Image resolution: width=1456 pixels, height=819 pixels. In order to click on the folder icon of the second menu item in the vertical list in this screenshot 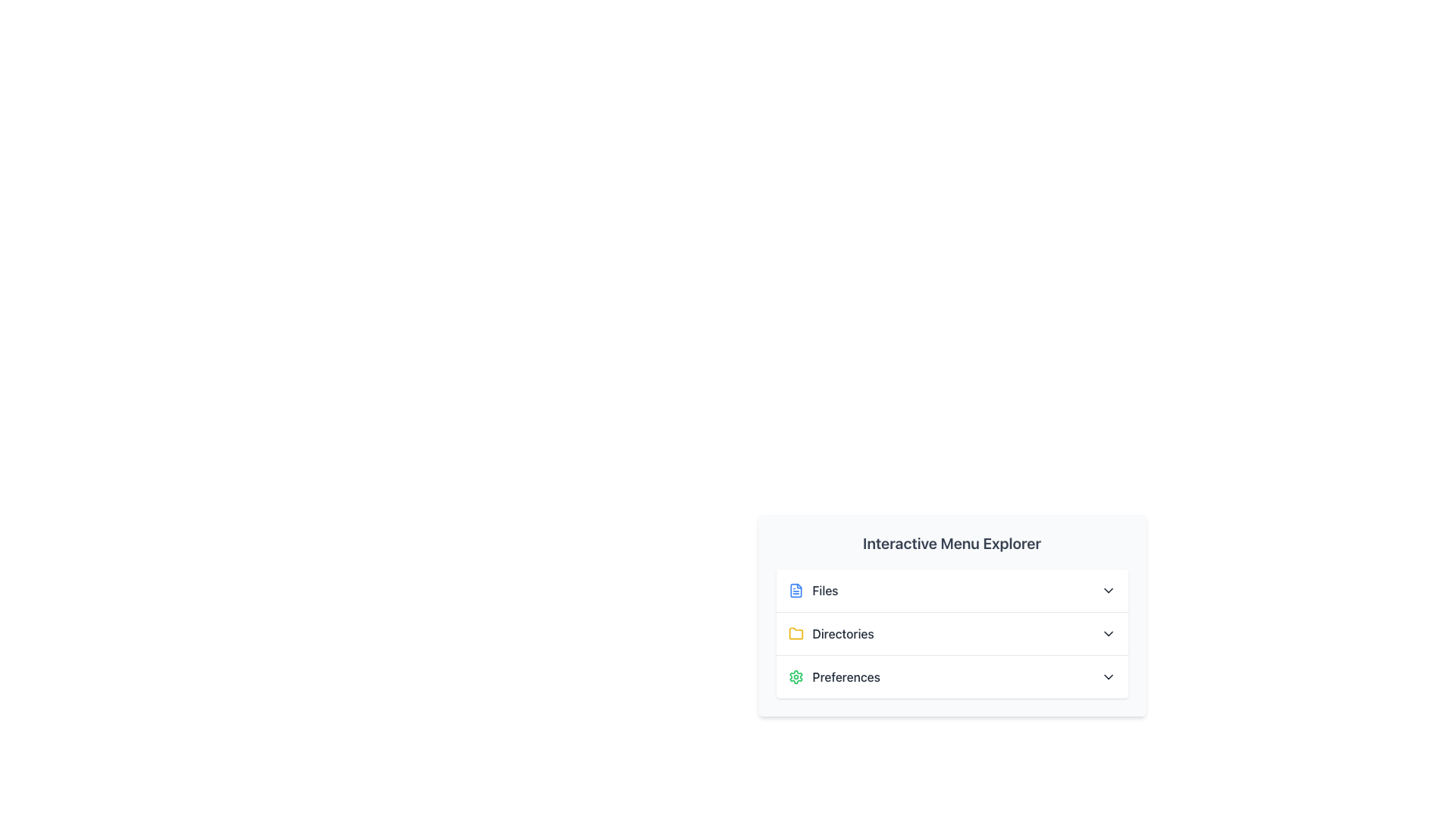, I will do `click(830, 634)`.